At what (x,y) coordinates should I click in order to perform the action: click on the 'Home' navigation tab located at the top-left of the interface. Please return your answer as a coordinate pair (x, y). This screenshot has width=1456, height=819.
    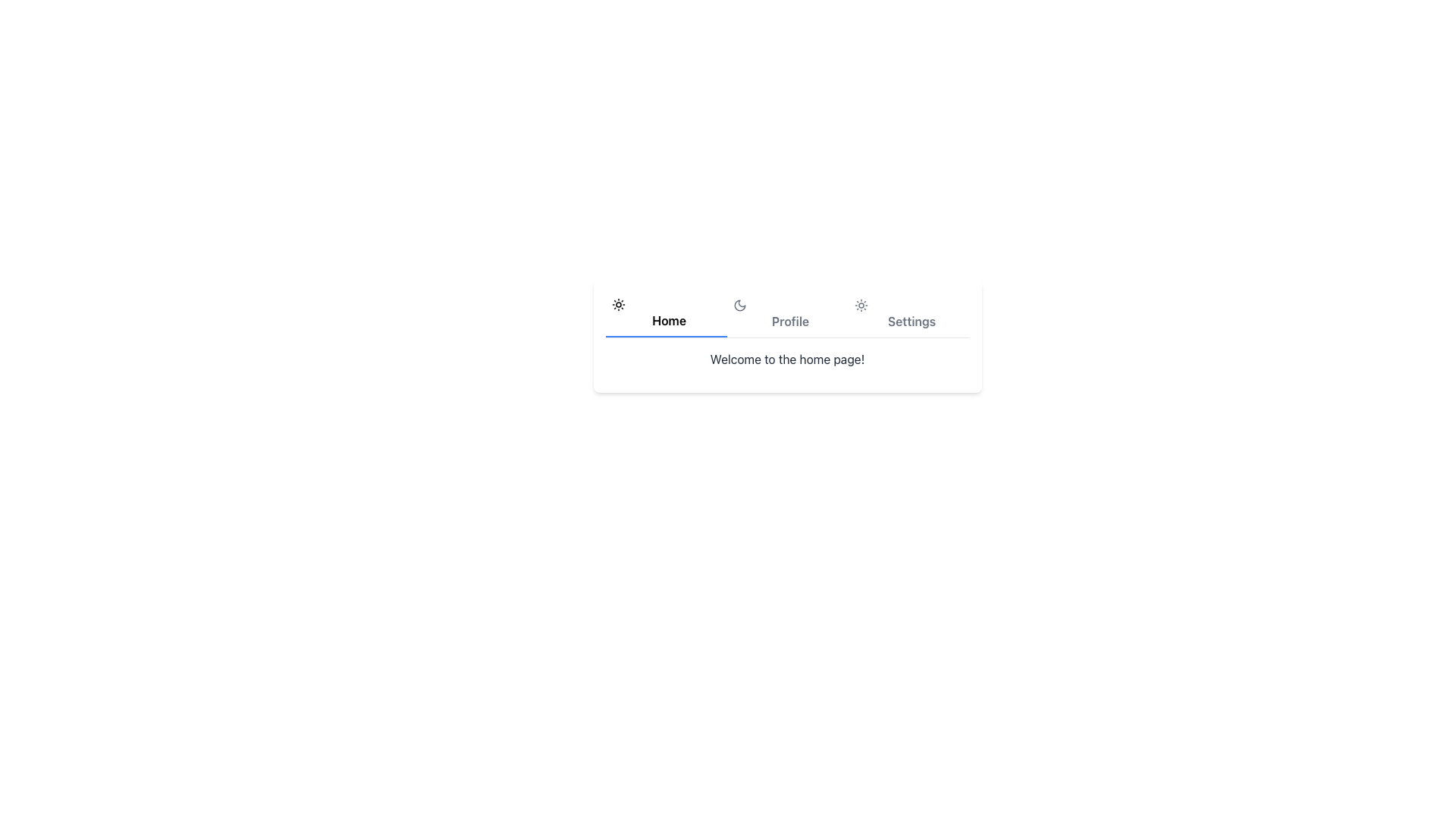
    Looking at the image, I should click on (666, 314).